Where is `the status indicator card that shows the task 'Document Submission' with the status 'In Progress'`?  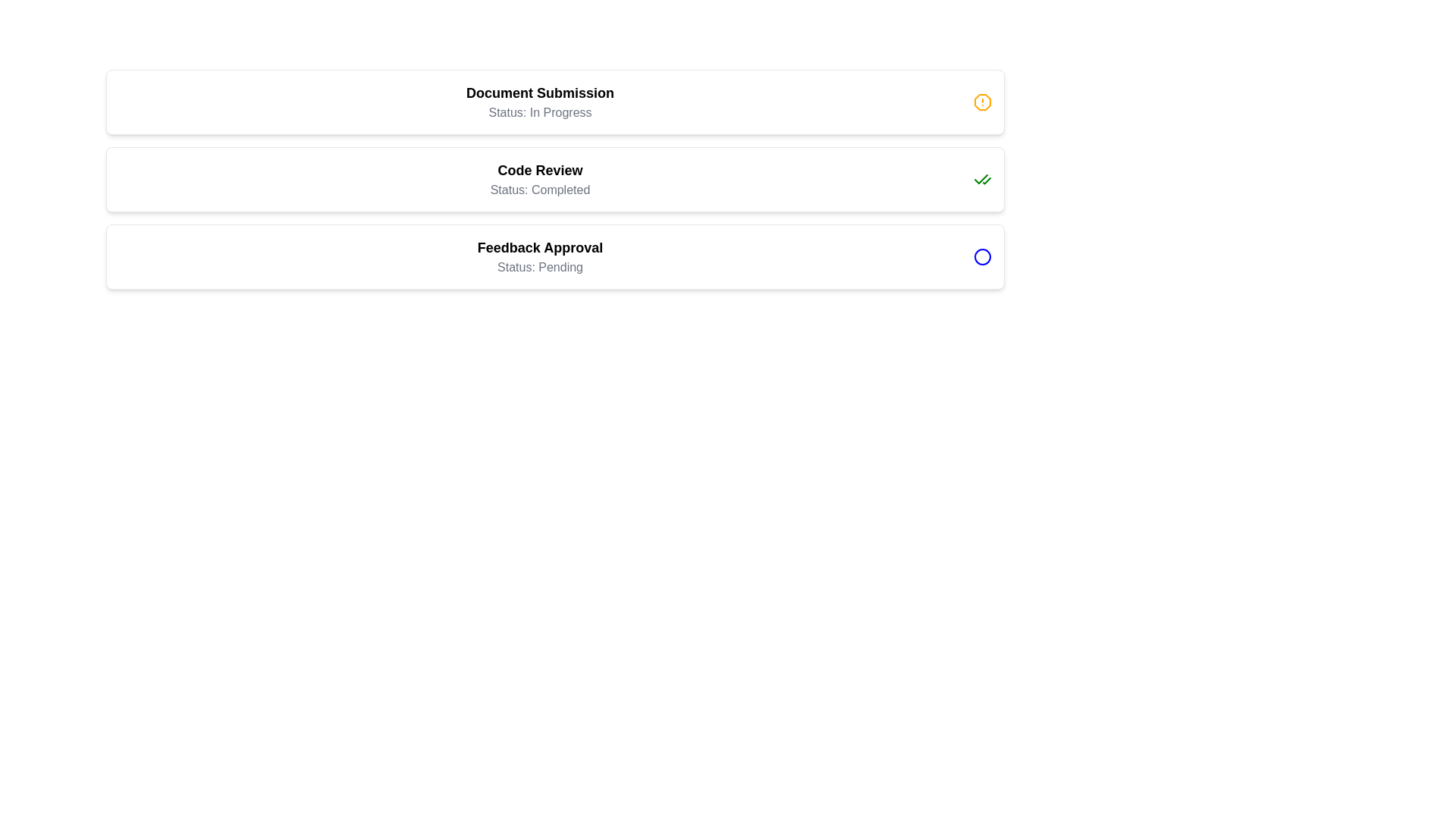 the status indicator card that shows the task 'Document Submission' with the status 'In Progress' is located at coordinates (554, 102).